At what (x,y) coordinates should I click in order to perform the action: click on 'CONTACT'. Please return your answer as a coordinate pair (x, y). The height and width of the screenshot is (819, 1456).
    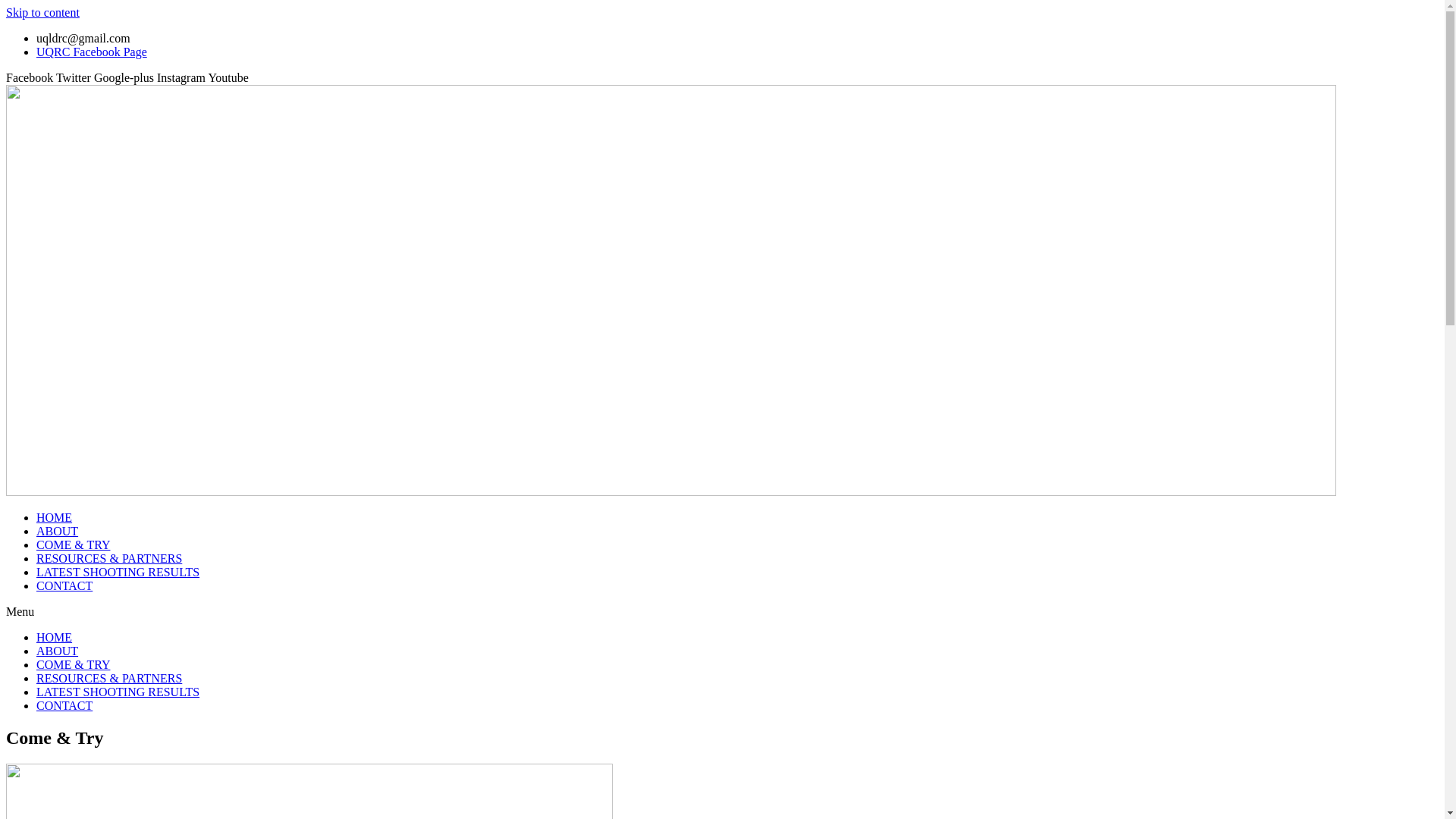
    Looking at the image, I should click on (64, 705).